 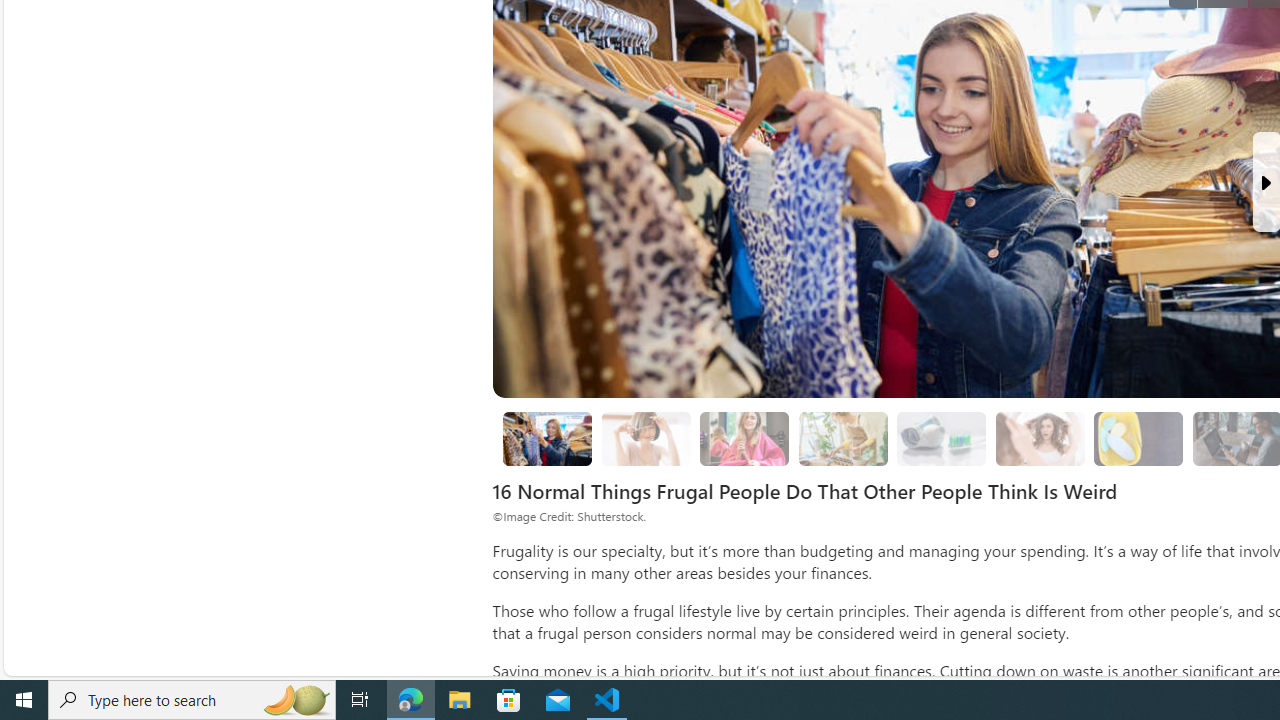 I want to click on '1. Cutting Hair', so click(x=646, y=438).